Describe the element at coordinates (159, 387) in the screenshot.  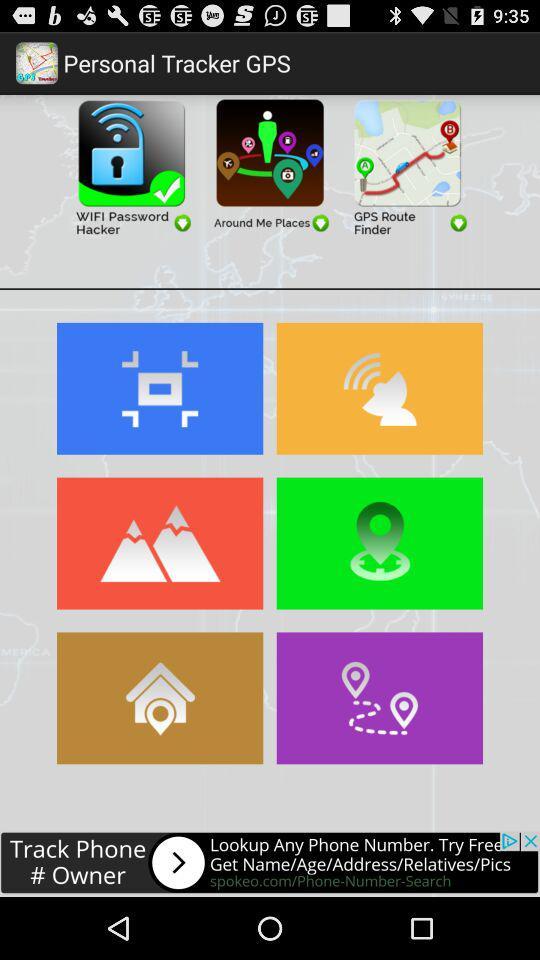
I see `the zoom button` at that location.